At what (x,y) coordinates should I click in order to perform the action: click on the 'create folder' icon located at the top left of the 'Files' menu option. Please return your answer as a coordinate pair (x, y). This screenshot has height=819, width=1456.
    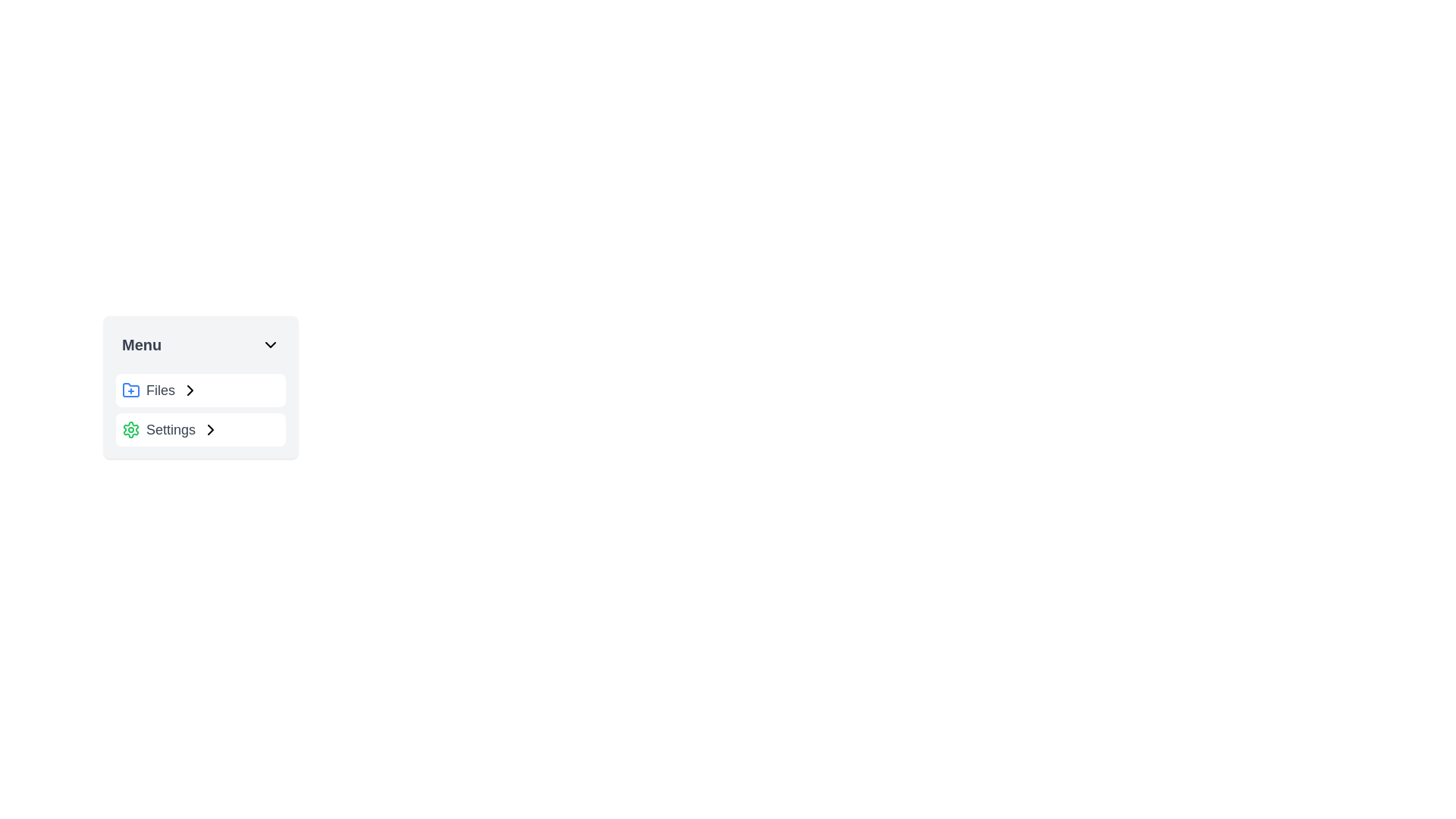
    Looking at the image, I should click on (130, 390).